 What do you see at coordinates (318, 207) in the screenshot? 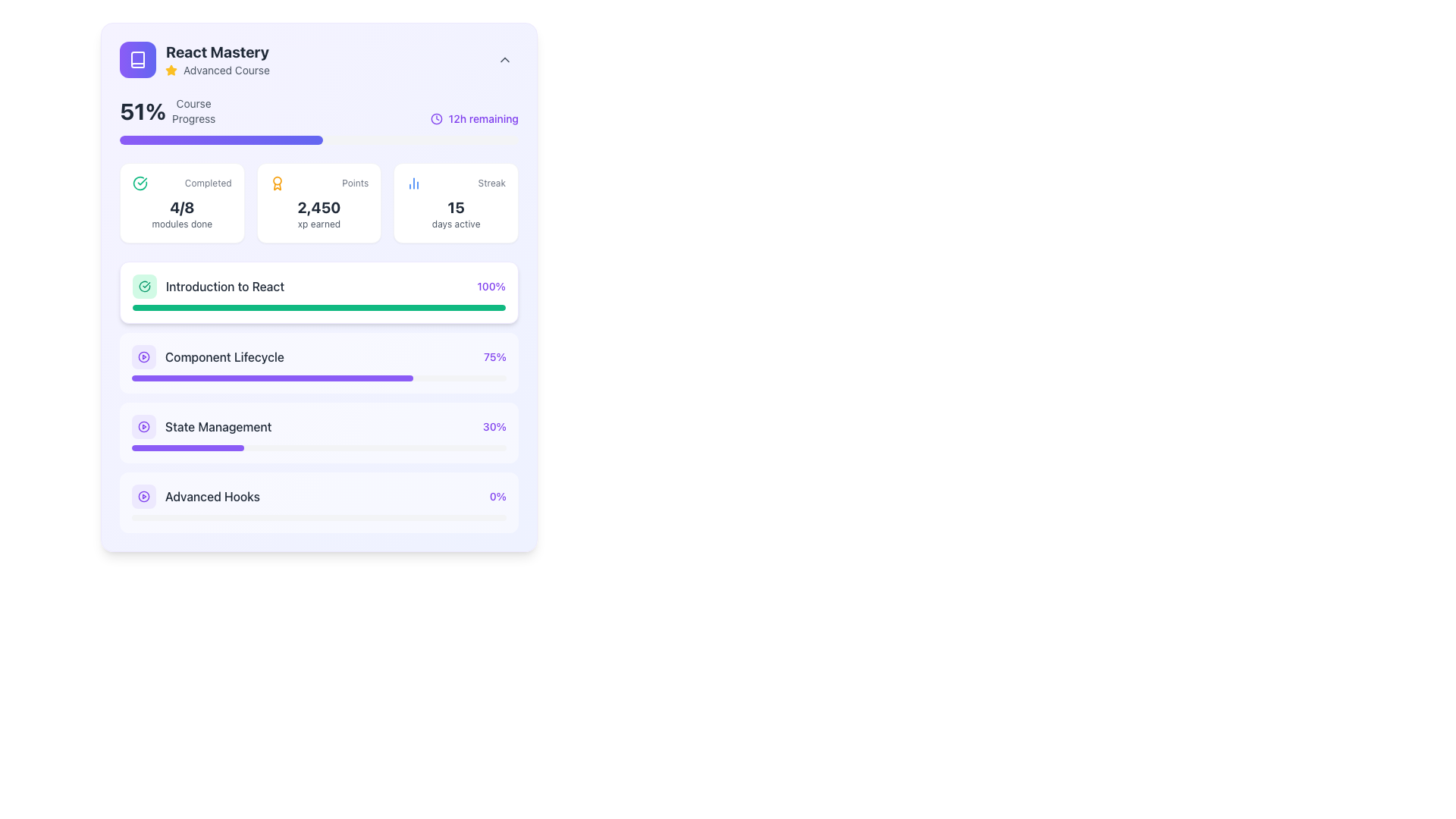
I see `the numerical value indicating the total points earned, which is located in a white card at the top center of the interface, below the title 'Points' and beside an orange award icon` at bounding box center [318, 207].